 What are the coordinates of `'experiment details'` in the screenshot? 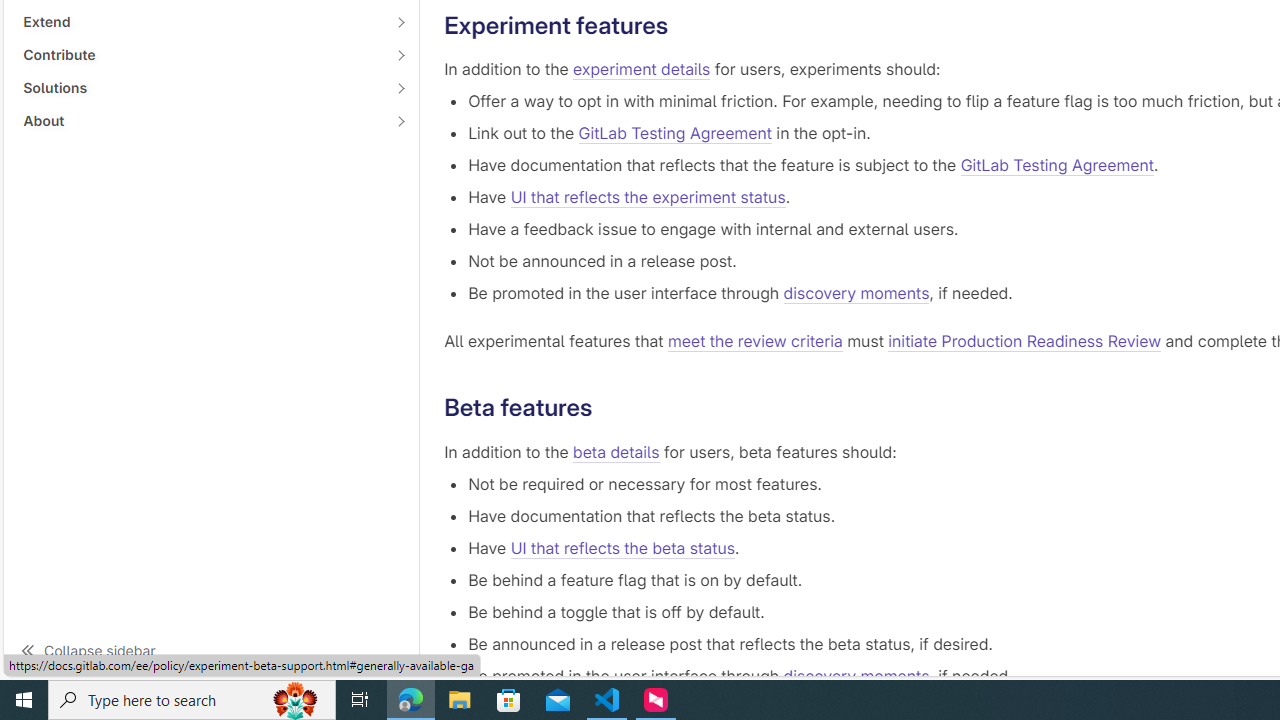 It's located at (641, 68).